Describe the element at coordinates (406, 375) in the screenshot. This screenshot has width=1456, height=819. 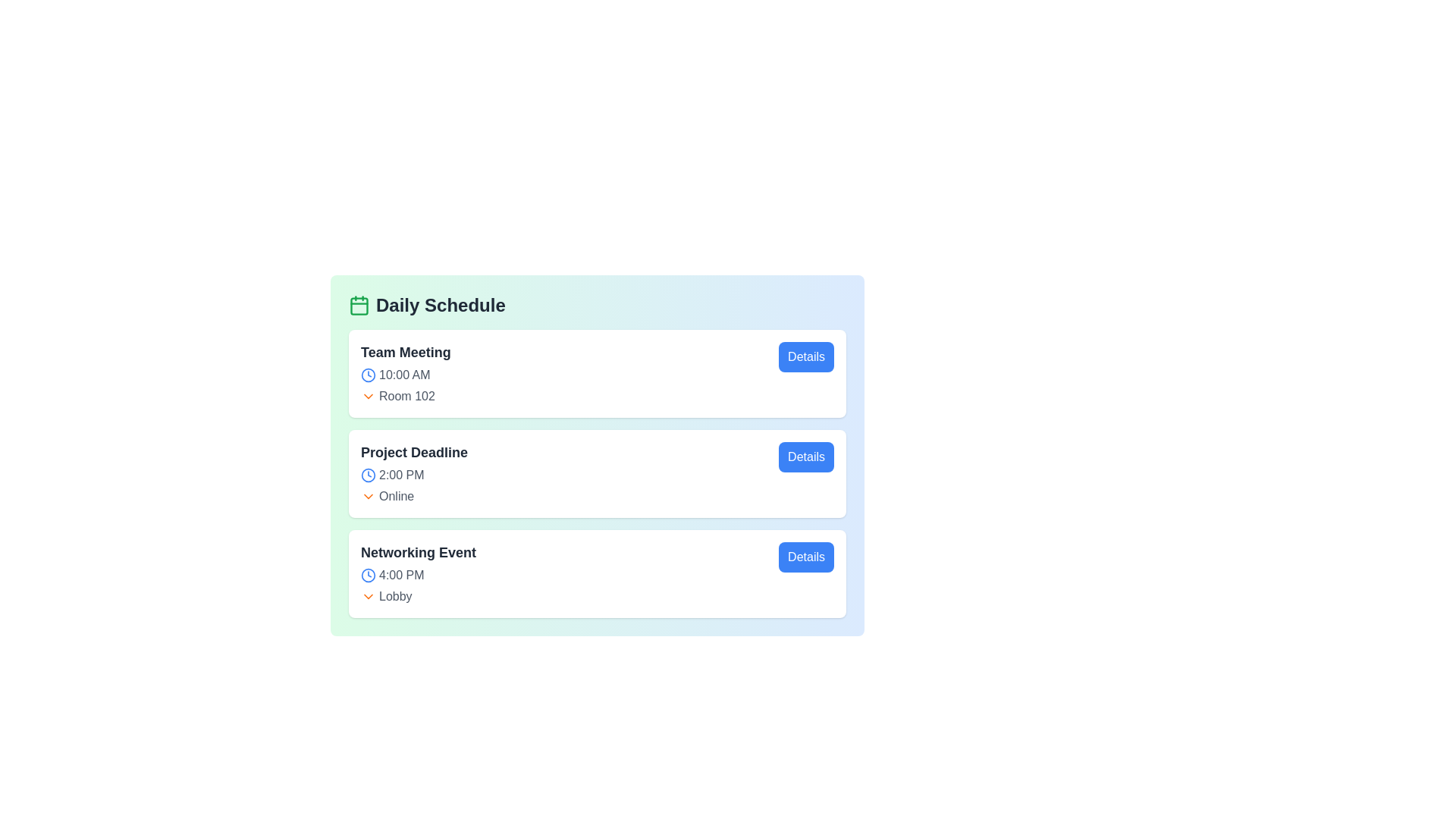
I see `the scheduled time displayed for the 'Team Meeting' event, which is located under the 'Daily Schedule' heading, immediately after the section title` at that location.